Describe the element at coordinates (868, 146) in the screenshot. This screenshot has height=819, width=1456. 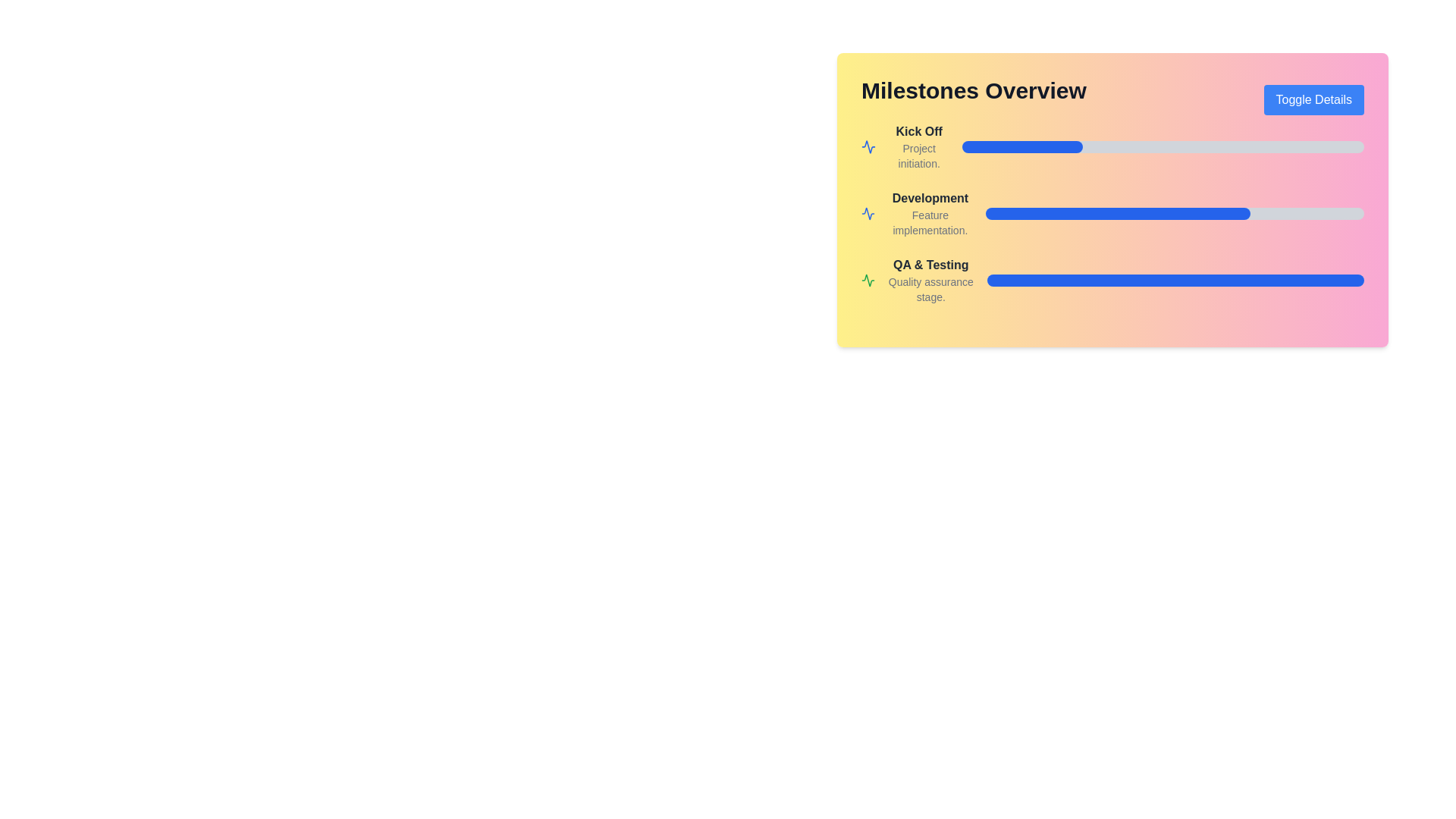
I see `the oscilloscope wave icon, which has a bold blue outline and is located to the left of the 'Kick Off' text in the 'Milestones Overview' section` at that location.